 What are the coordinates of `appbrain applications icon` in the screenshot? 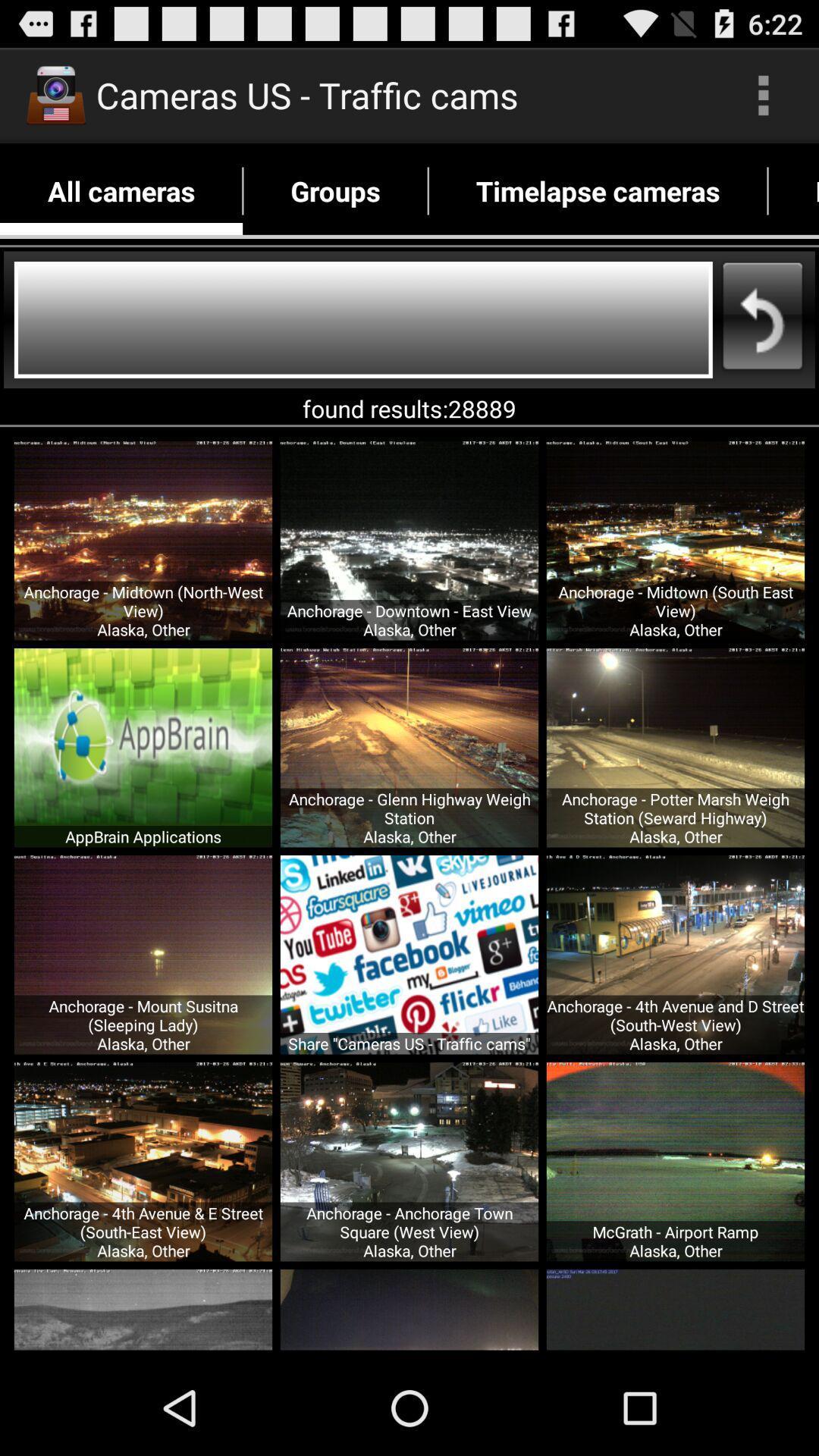 It's located at (143, 836).